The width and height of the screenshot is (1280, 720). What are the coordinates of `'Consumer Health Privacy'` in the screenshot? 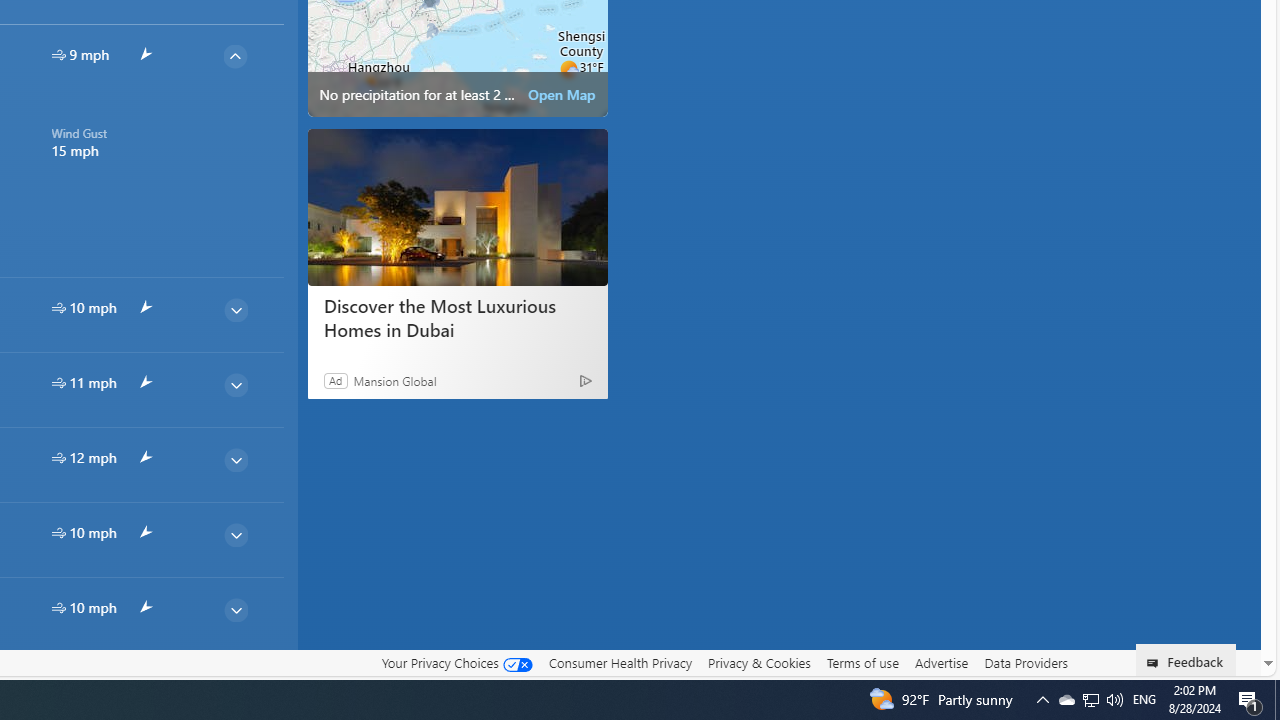 It's located at (619, 663).